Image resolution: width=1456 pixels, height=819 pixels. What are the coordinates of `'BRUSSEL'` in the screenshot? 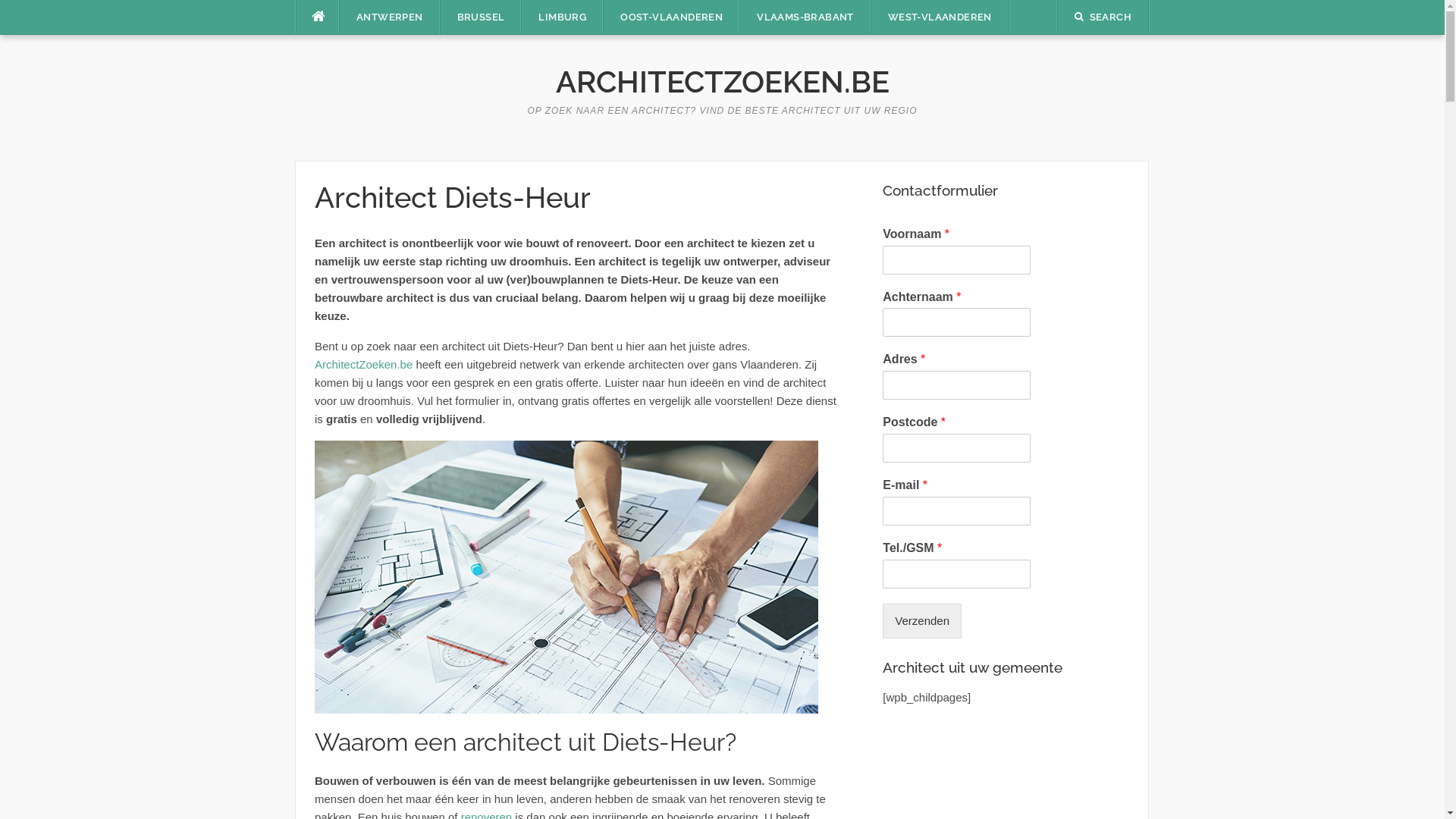 It's located at (439, 17).